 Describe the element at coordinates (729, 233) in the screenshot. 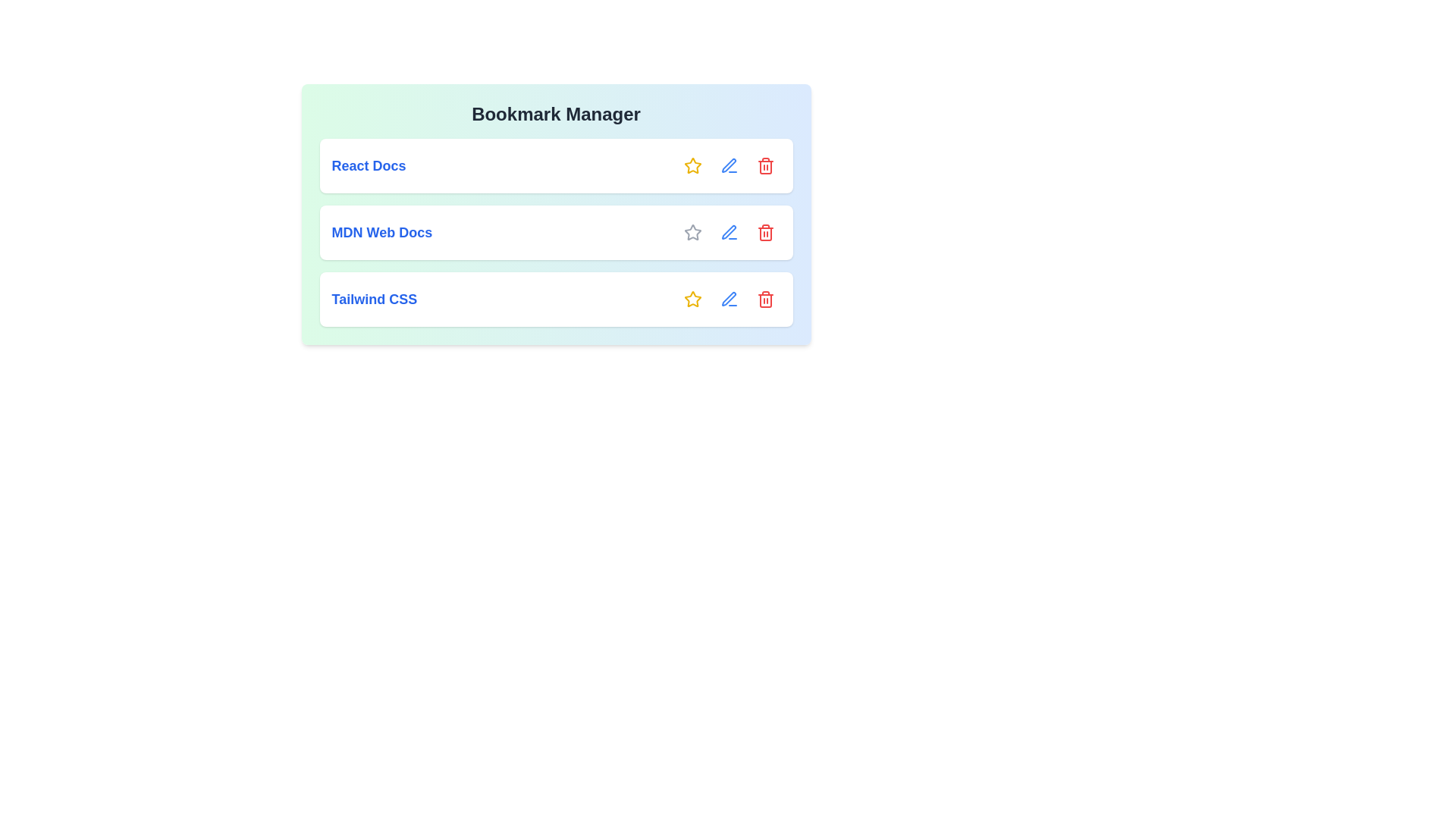

I see `the interactive element MDN Web Docs Edit to reveal its hover state` at that location.